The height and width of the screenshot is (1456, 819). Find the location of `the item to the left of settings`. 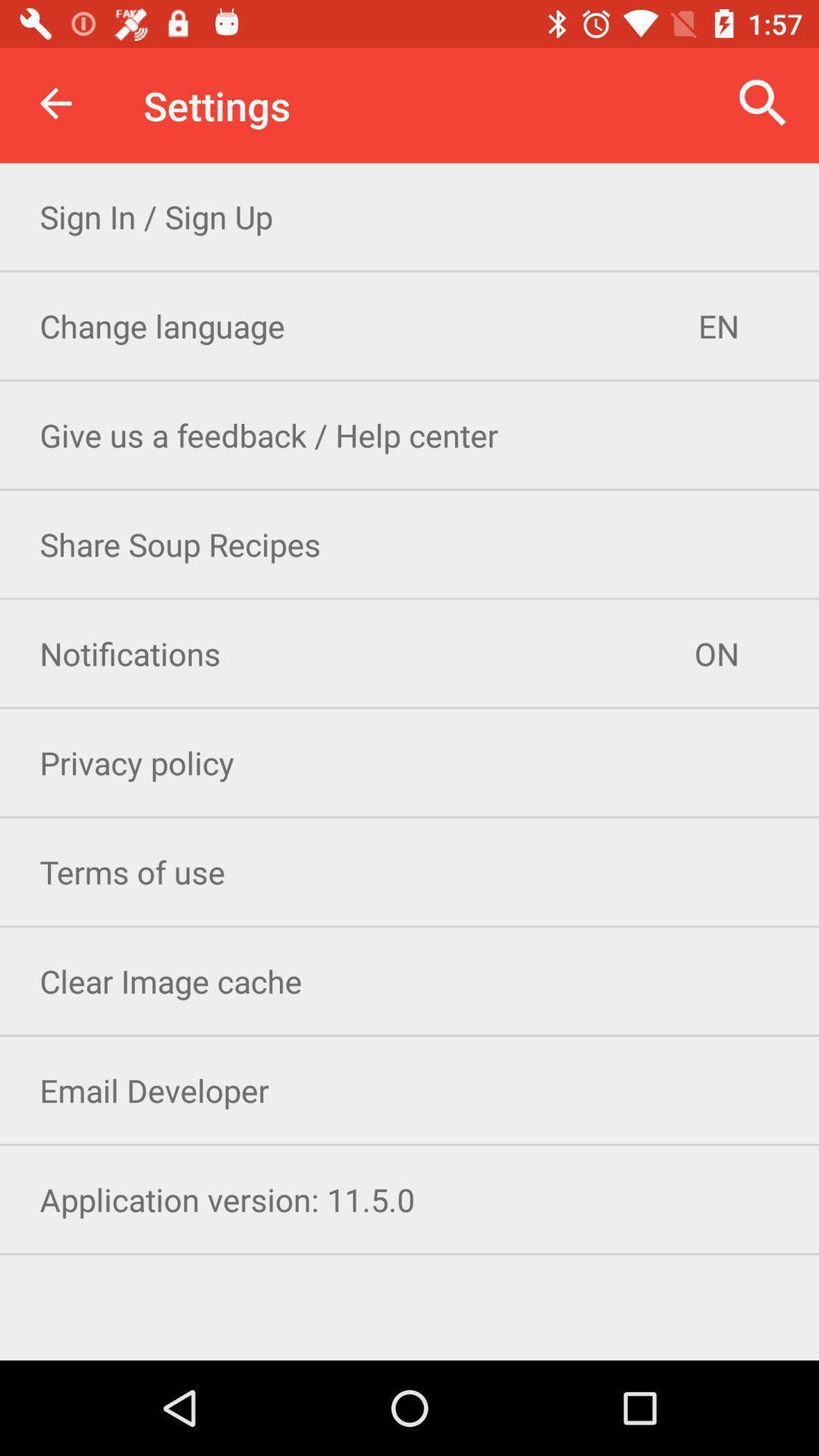

the item to the left of settings is located at coordinates (55, 102).